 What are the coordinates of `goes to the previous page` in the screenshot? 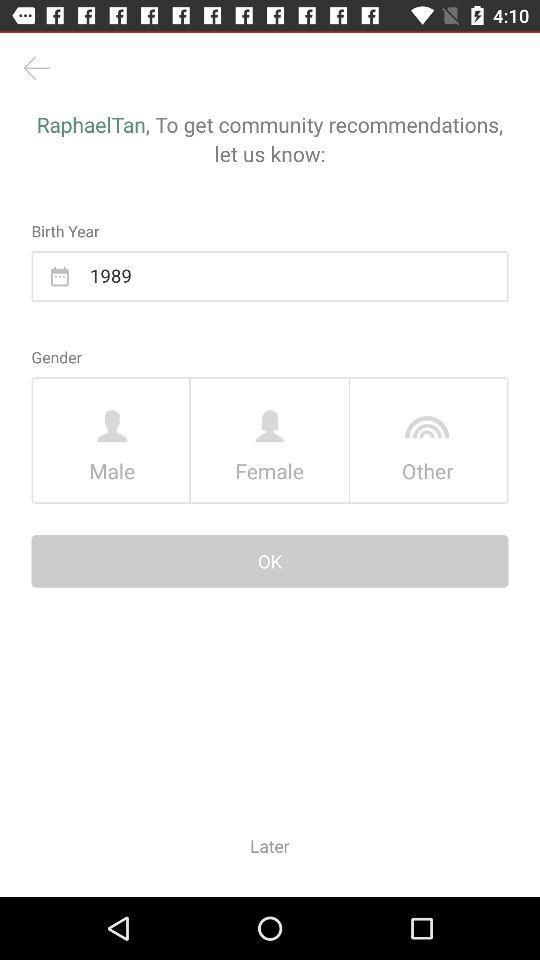 It's located at (36, 68).